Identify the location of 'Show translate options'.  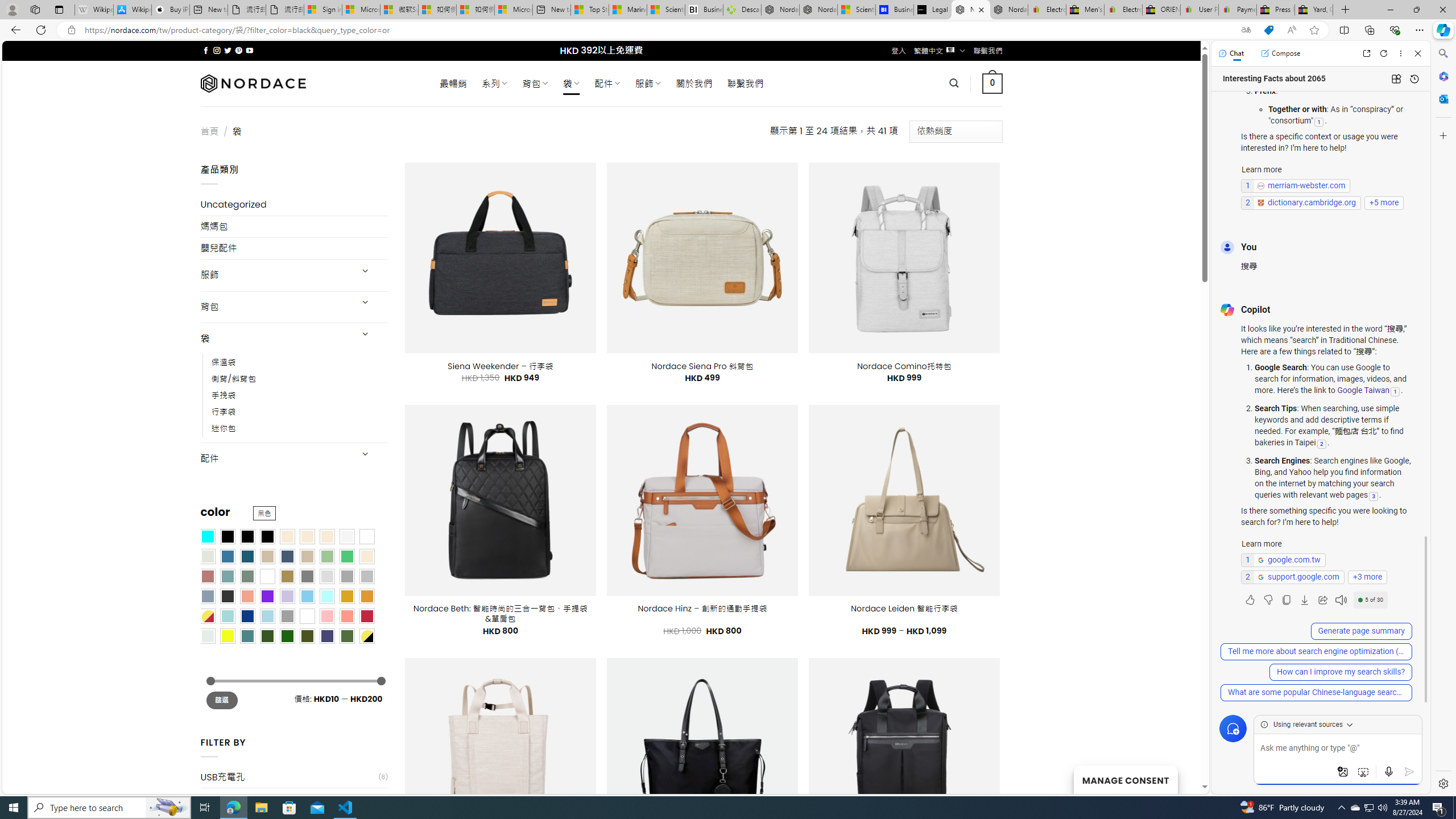
(1246, 30).